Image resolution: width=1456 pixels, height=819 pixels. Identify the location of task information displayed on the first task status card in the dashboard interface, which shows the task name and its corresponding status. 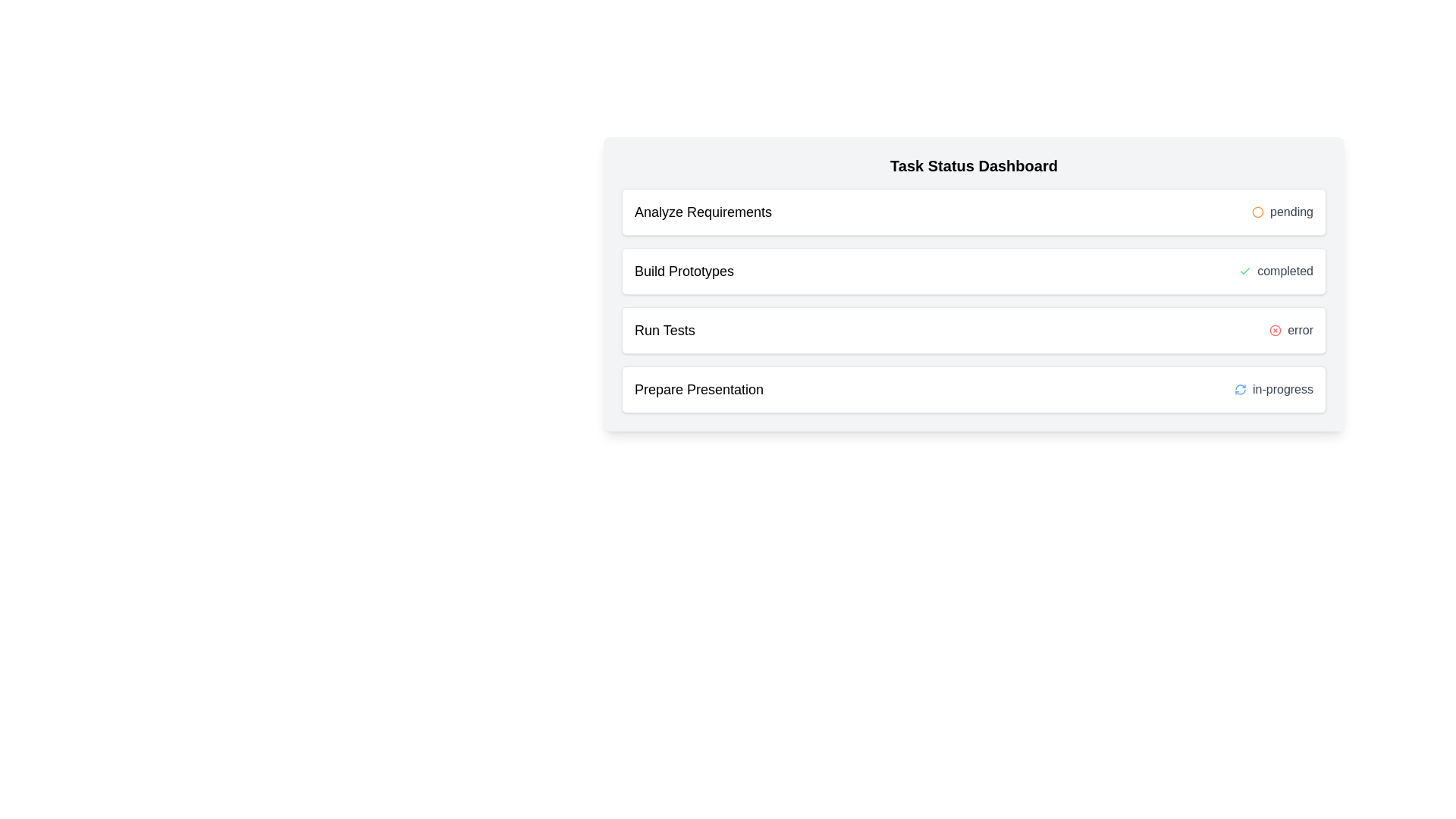
(974, 212).